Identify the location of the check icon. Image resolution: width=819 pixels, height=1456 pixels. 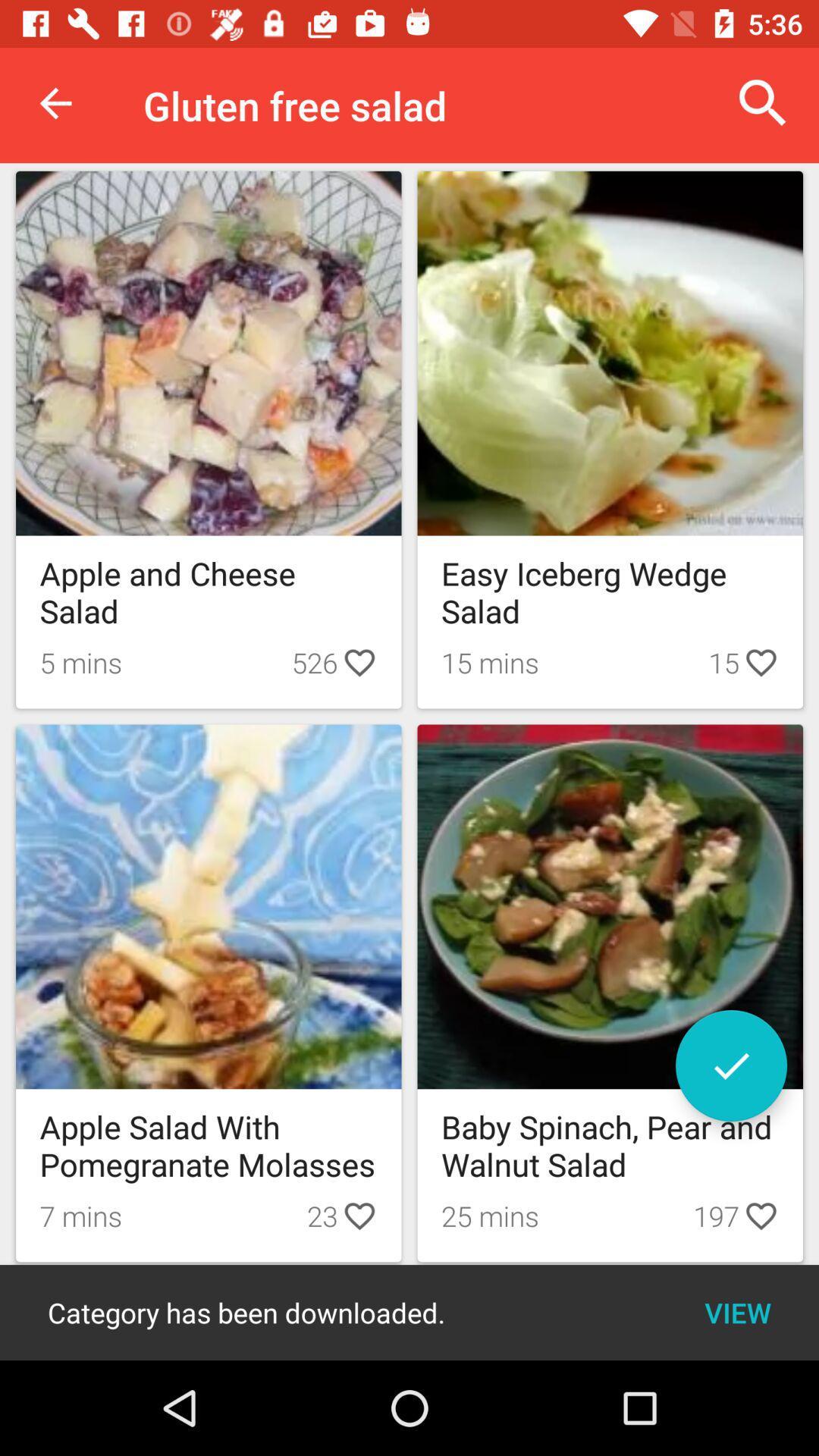
(730, 1065).